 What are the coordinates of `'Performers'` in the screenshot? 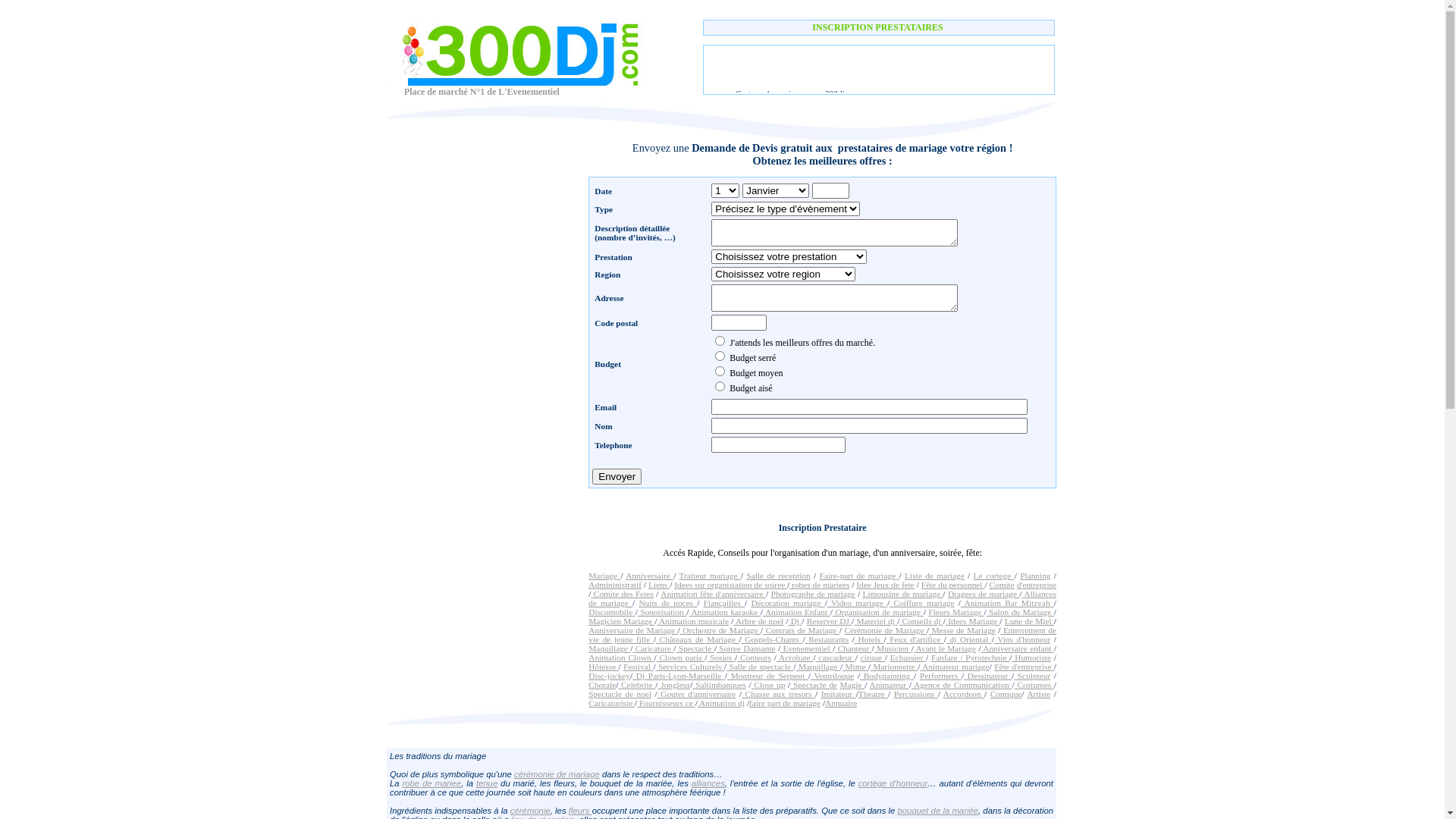 It's located at (940, 675).